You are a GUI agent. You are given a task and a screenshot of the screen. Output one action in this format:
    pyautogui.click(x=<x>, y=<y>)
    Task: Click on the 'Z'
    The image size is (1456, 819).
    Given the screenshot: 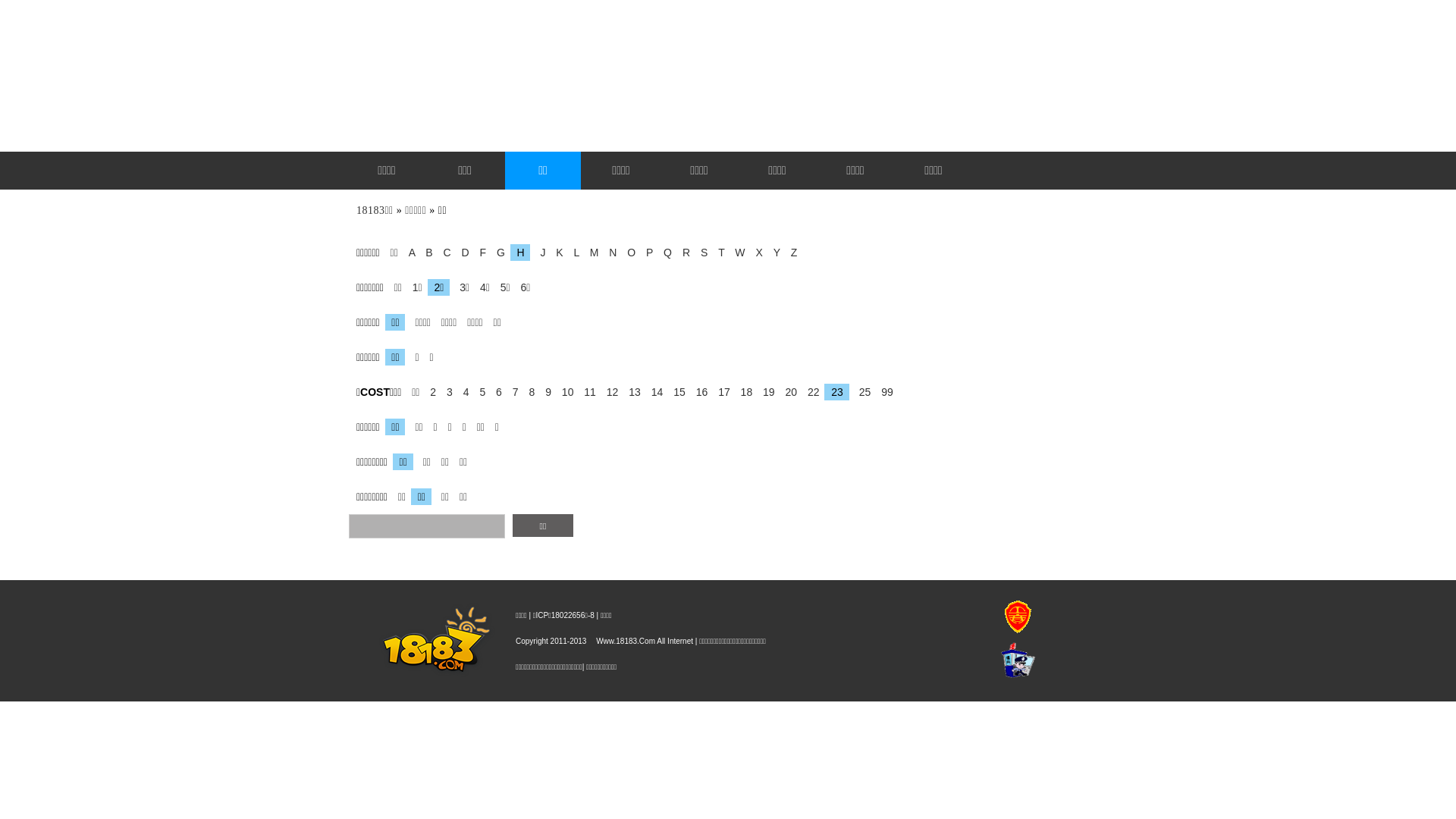 What is the action you would take?
    pyautogui.click(x=789, y=251)
    